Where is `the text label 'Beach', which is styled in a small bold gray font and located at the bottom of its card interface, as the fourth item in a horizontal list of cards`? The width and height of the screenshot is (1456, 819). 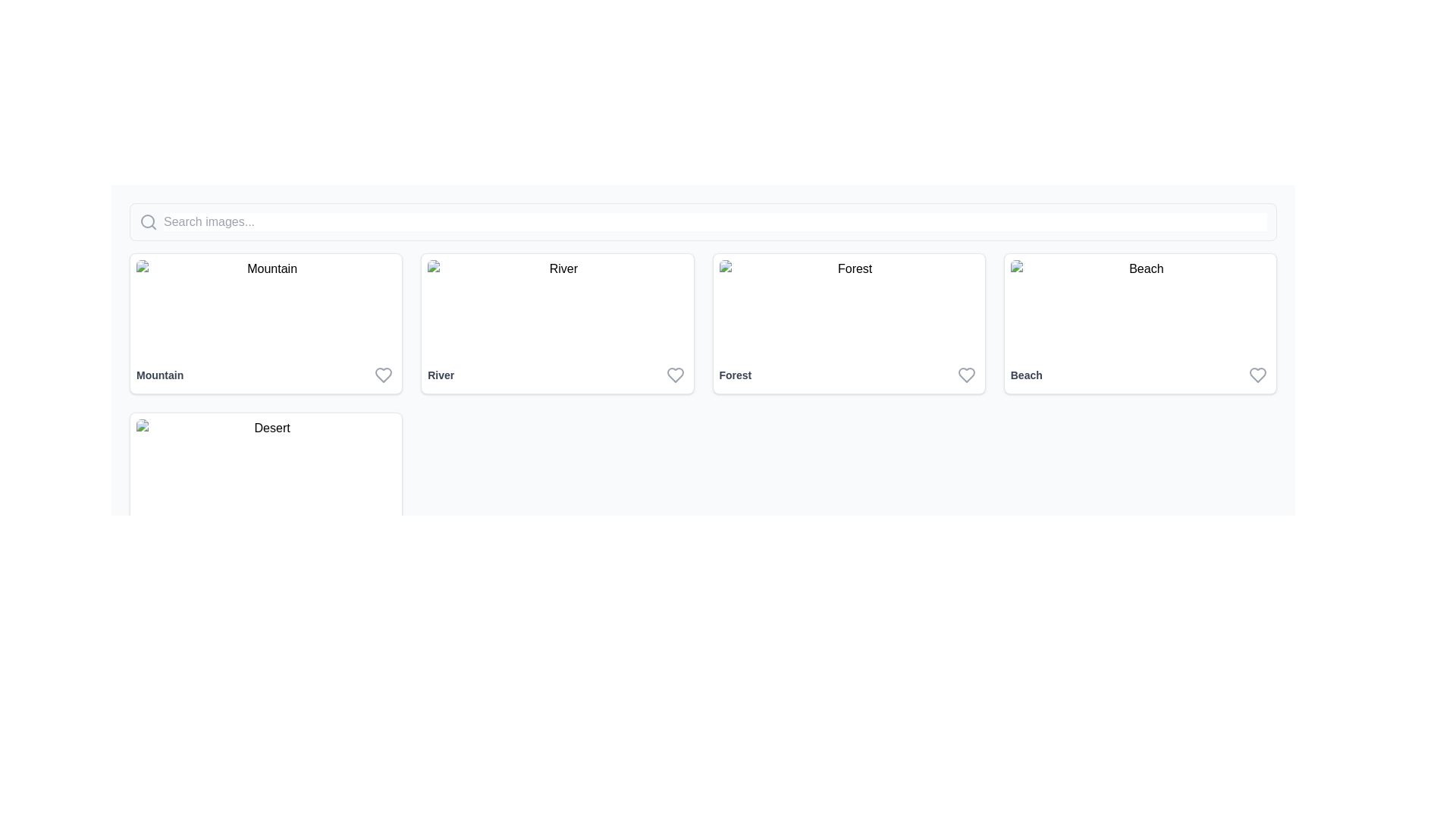
the text label 'Beach', which is styled in a small bold gray font and located at the bottom of its card interface, as the fourth item in a horizontal list of cards is located at coordinates (1026, 375).